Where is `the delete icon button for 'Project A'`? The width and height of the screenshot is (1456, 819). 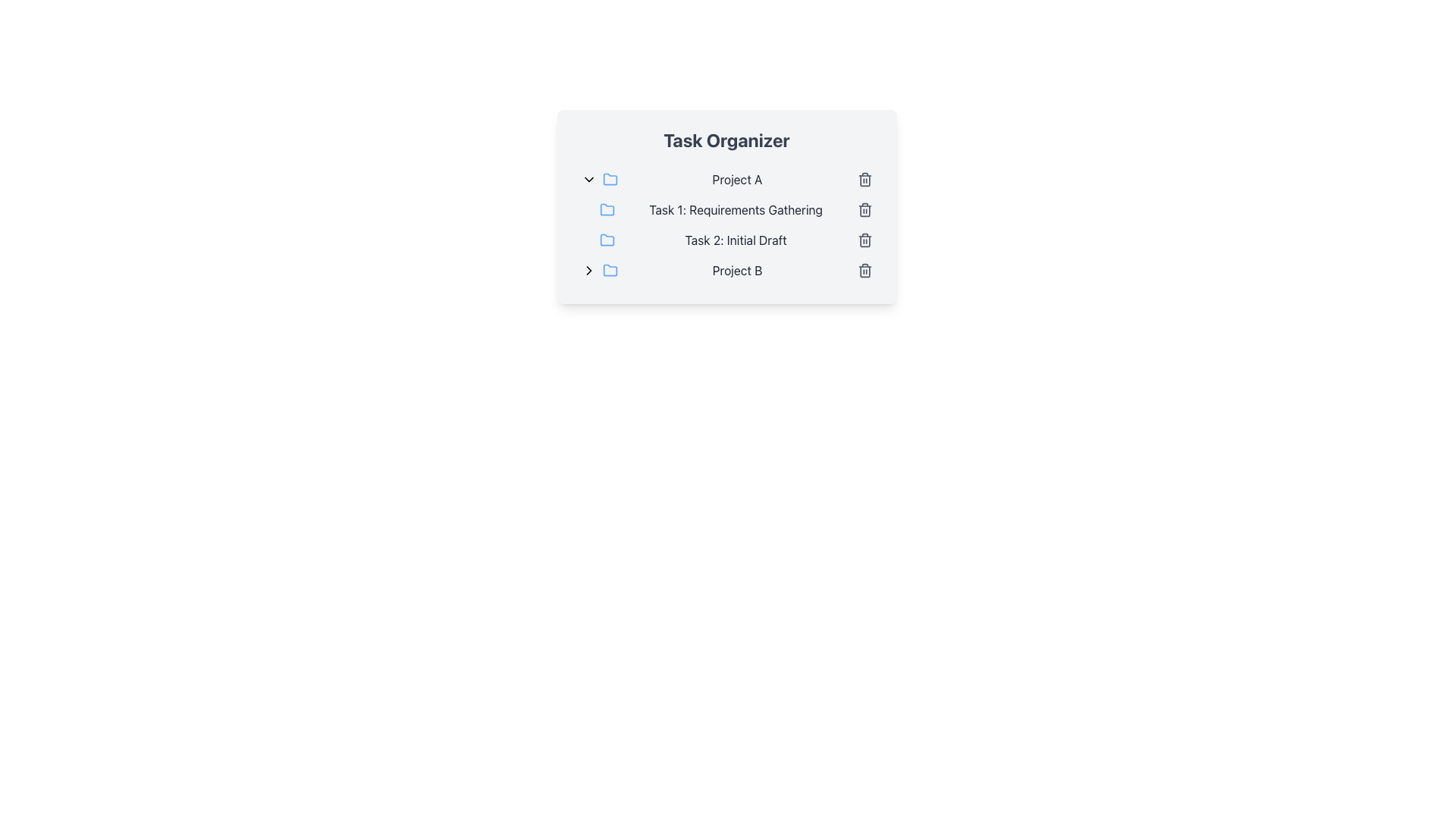 the delete icon button for 'Project A' is located at coordinates (864, 178).